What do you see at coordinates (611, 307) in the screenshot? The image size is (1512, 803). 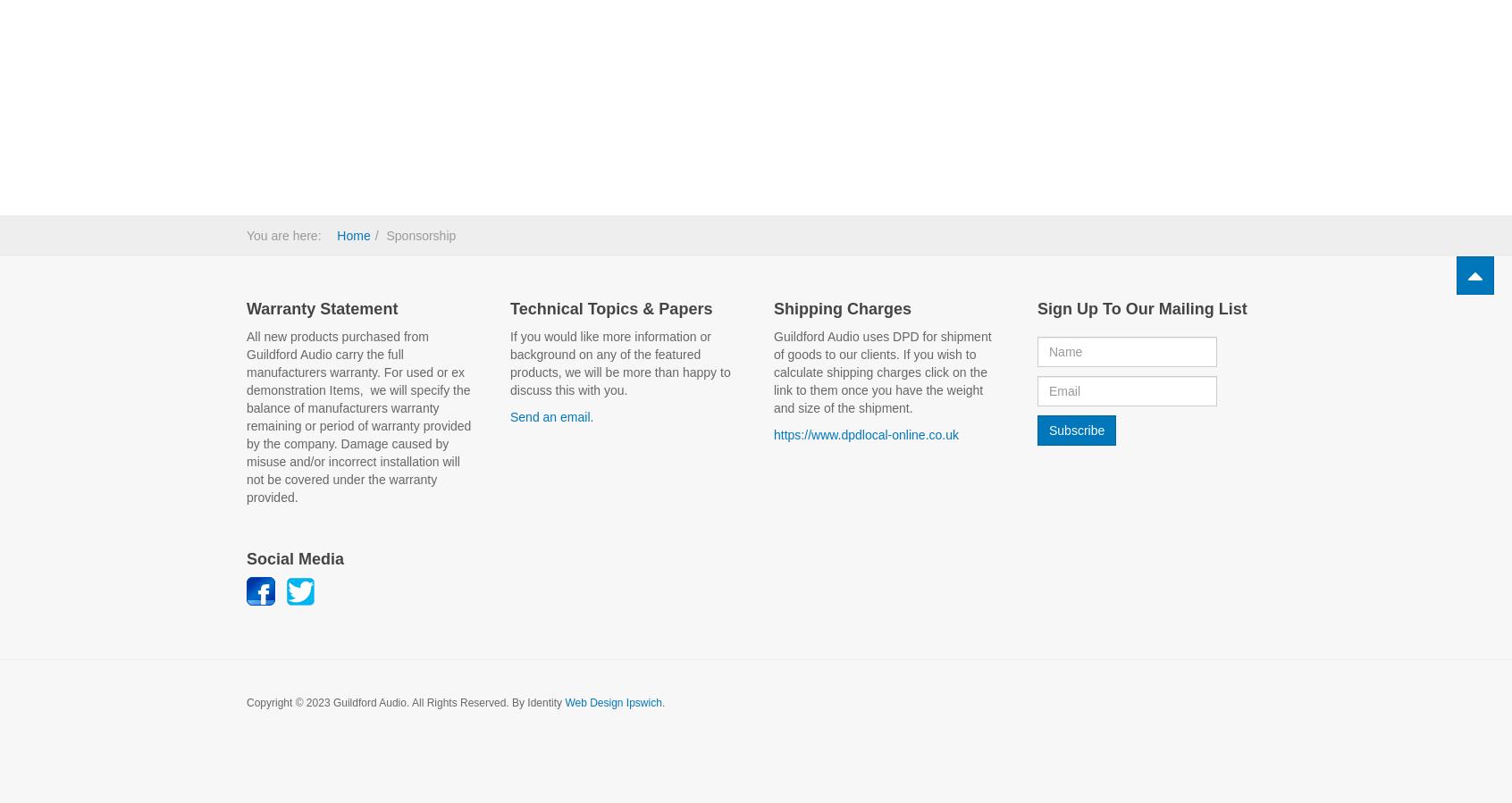 I see `'Technical Topics & Papers'` at bounding box center [611, 307].